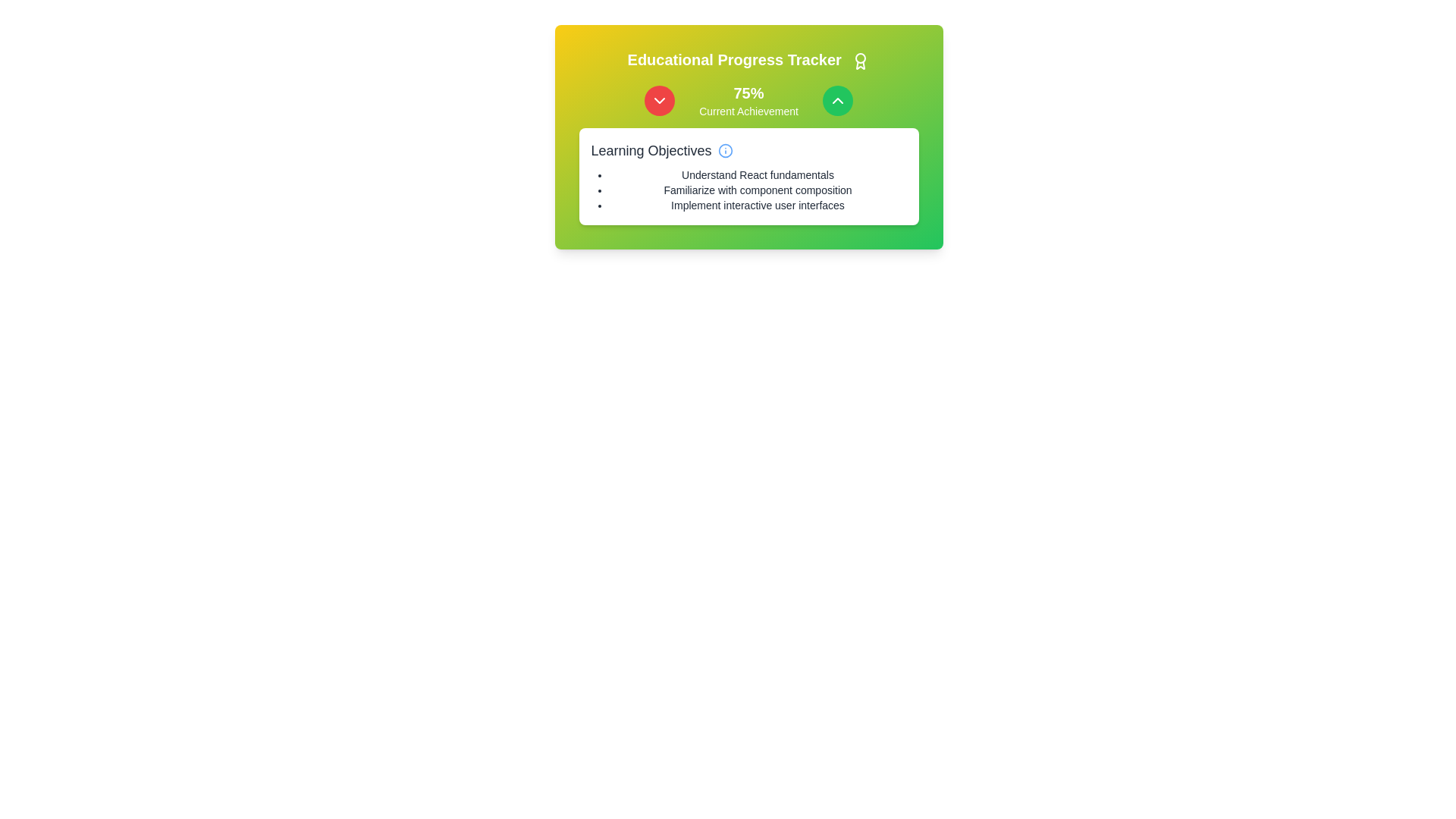 The width and height of the screenshot is (1456, 819). I want to click on the downward-pointing chevron icon embedded in a circular button with a vibrant red background, located in the upper left section of the 'Educational Progress Tracker' card, so click(660, 100).